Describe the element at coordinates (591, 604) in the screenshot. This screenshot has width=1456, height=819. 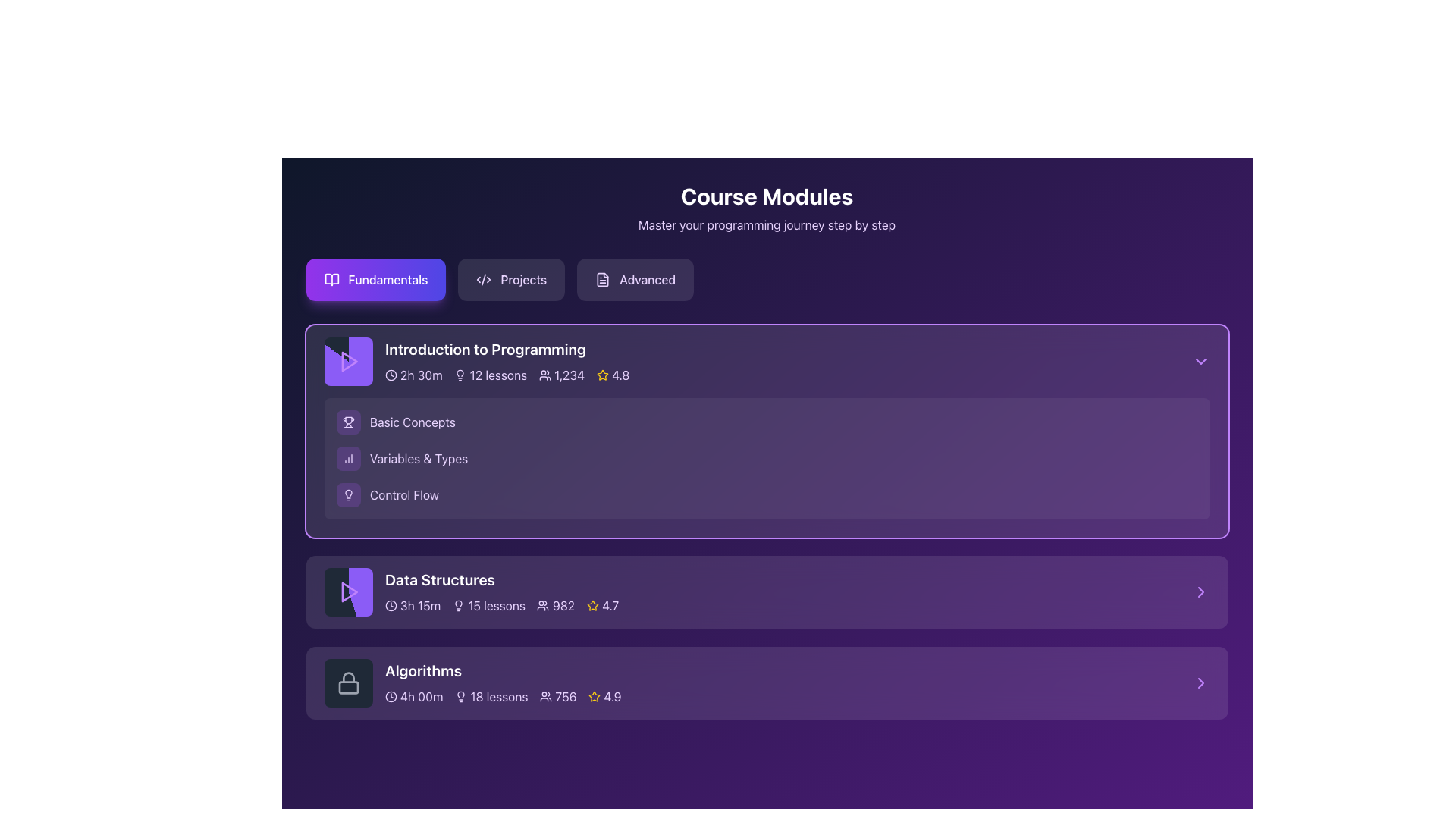
I see `the yellow outlined star-shaped rating icon located in the 'Data Structures' section` at that location.